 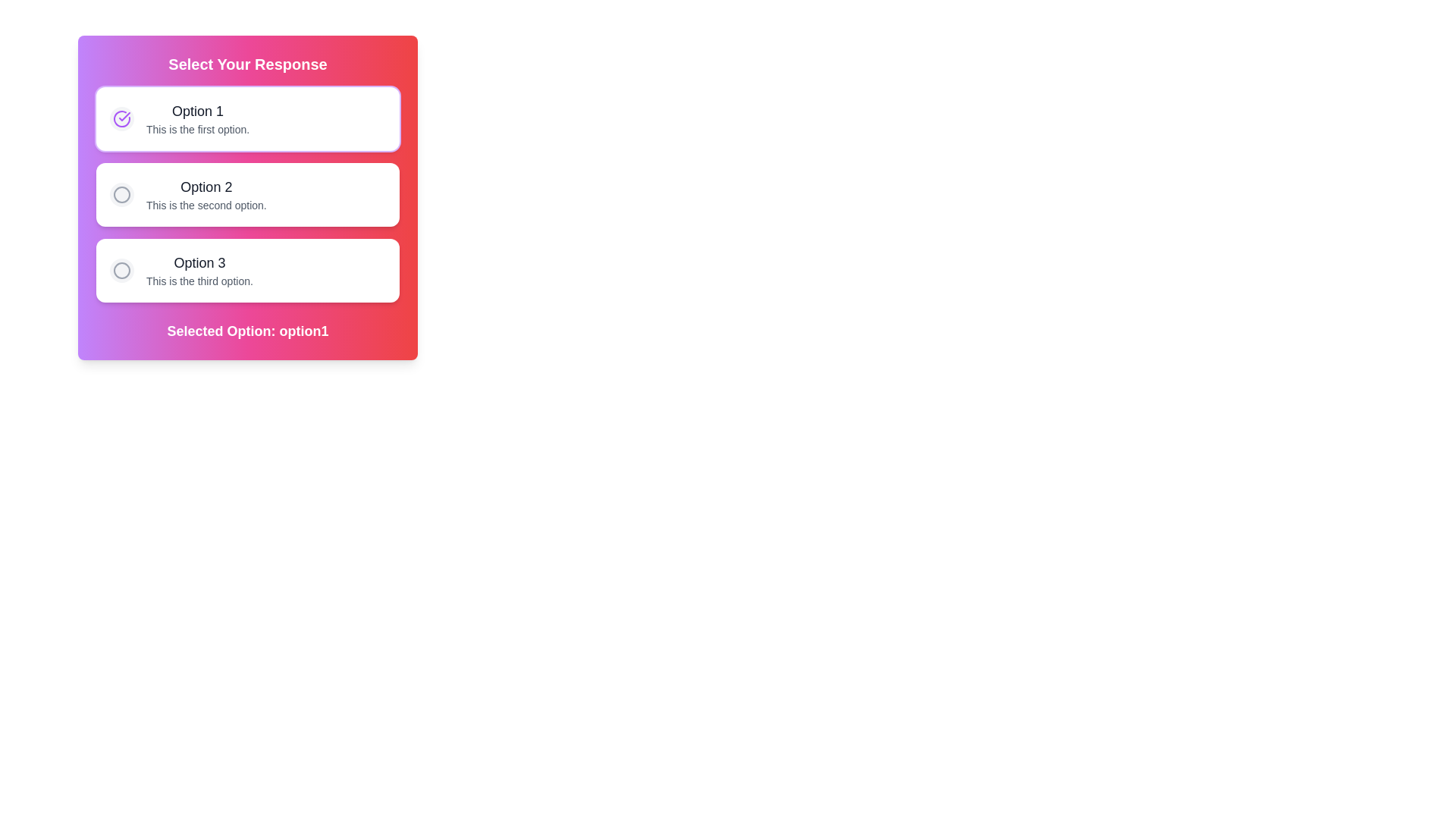 I want to click on the first selectable card in the list, so click(x=247, y=118).